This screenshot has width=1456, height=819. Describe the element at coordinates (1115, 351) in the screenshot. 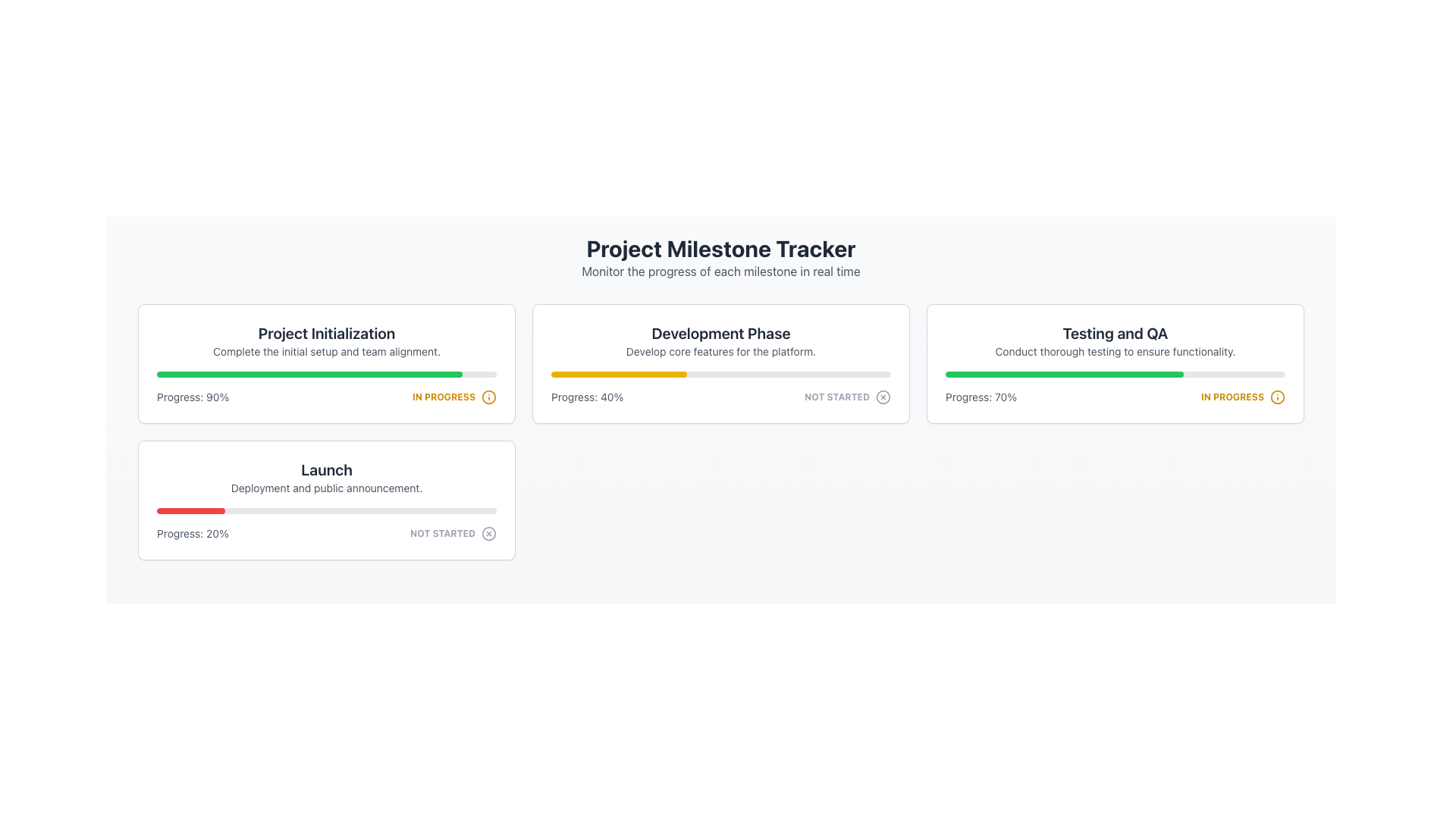

I see `text located in the upper-right quadrant of the interface below the 'Testing and QA' heading` at that location.